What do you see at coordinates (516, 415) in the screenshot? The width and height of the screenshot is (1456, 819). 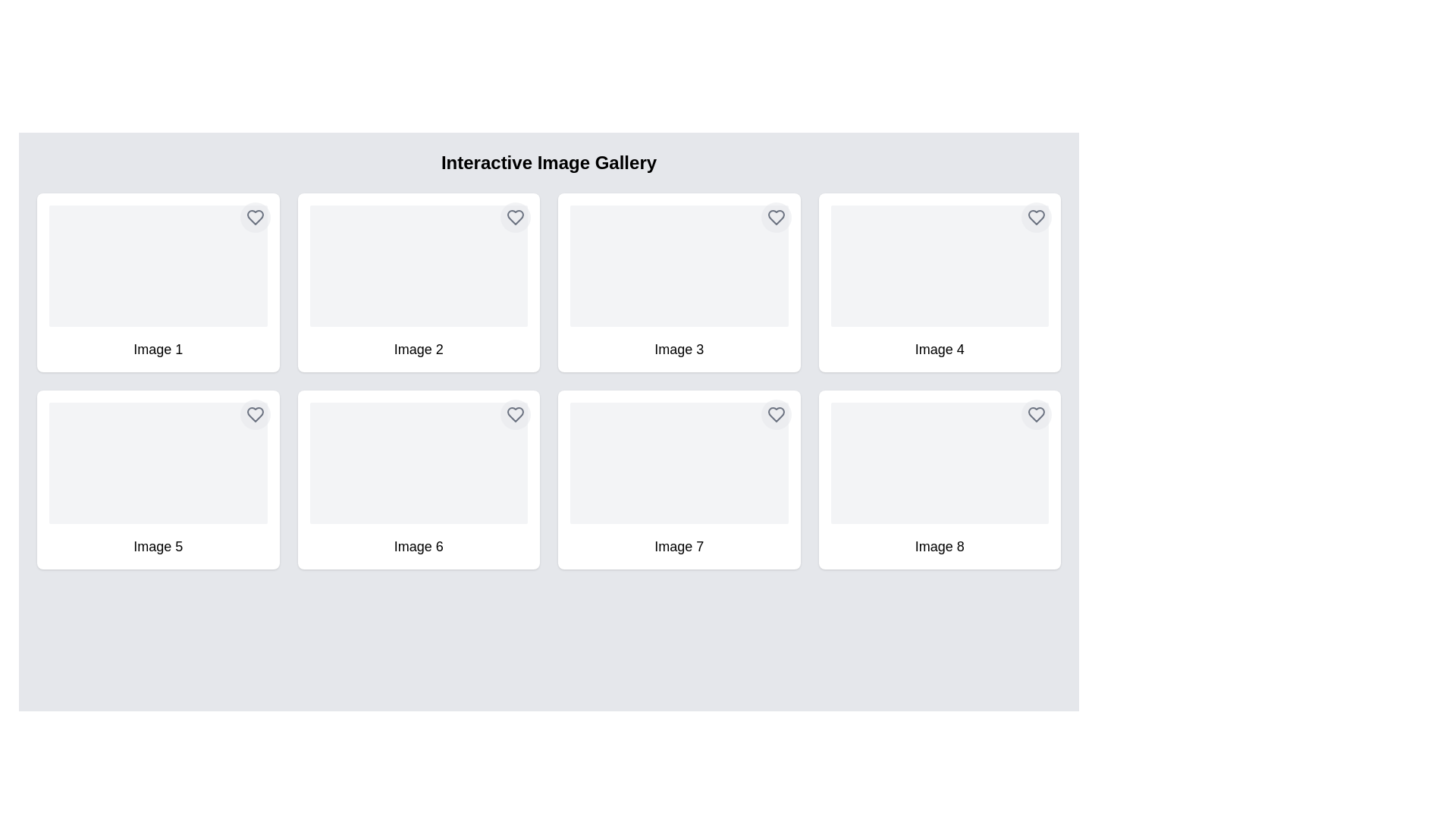 I see `the heart icon button in the top-right corner of the card labeled 'Image 6', which is located in the middle of the second row and third column of the gallery grid` at bounding box center [516, 415].